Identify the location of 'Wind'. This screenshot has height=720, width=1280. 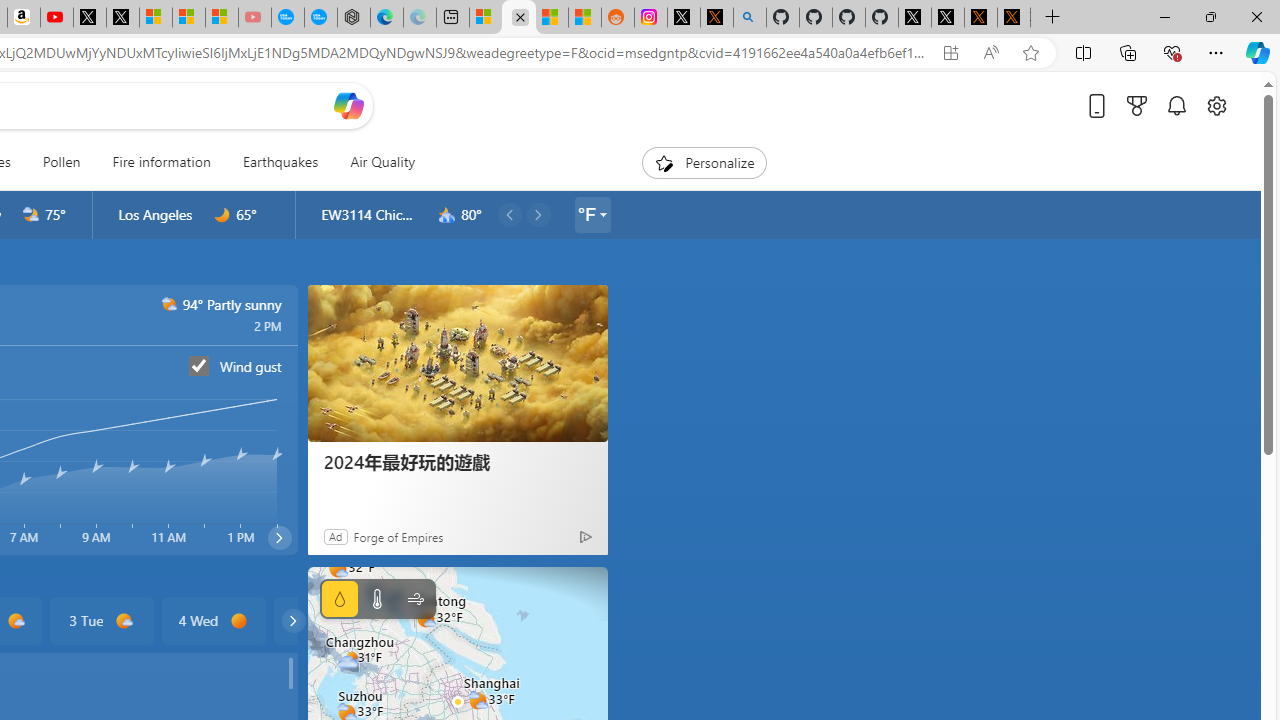
(414, 598).